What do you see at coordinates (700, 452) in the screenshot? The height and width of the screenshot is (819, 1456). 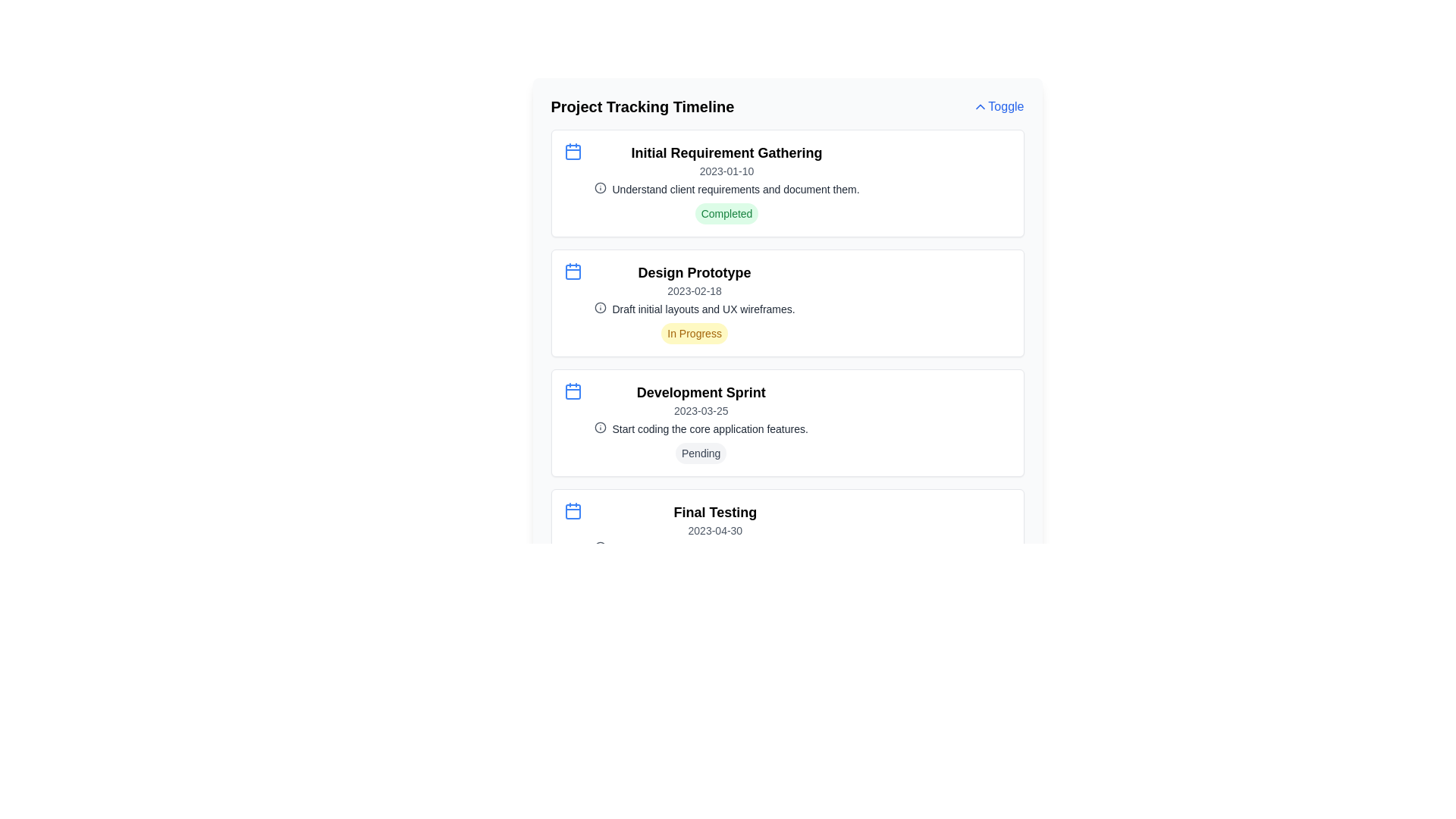 I see `the Status label indicating 'Pending' located beneath the text 'Start coding the core application features.' in the Development Sprint section` at bounding box center [700, 452].